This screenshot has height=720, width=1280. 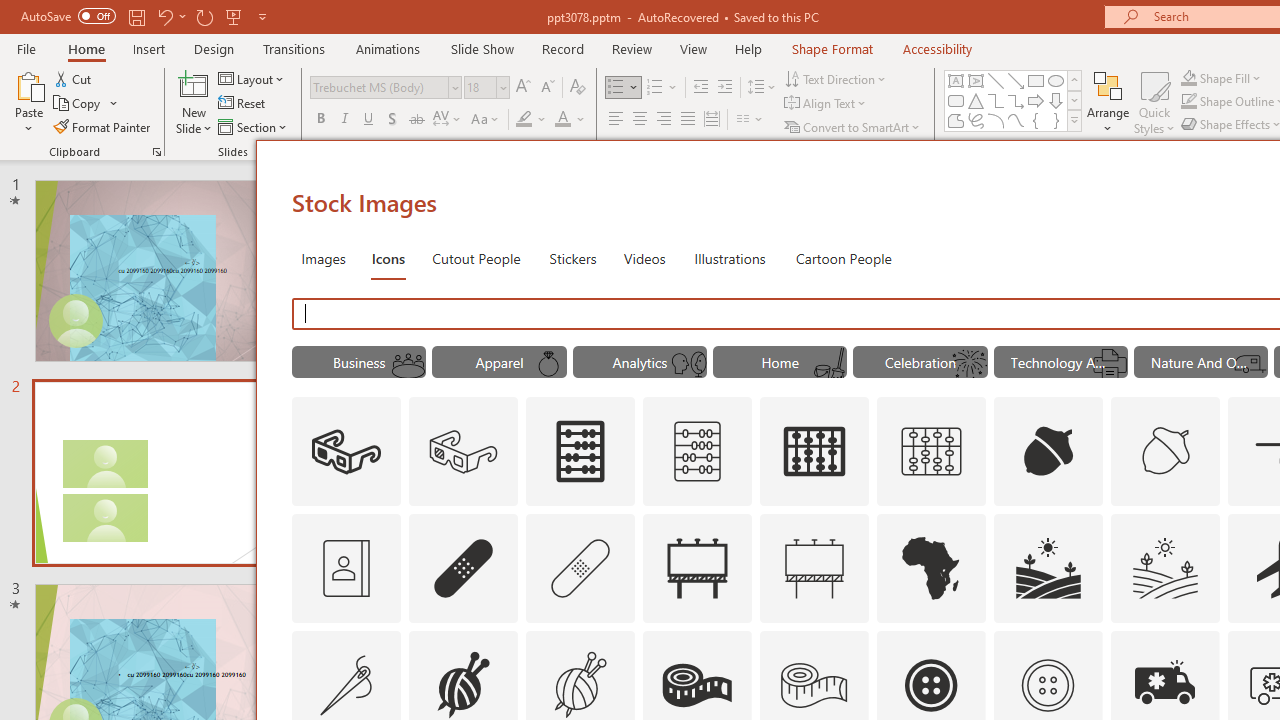 I want to click on '"Analytics" Icons.', so click(x=640, y=362).